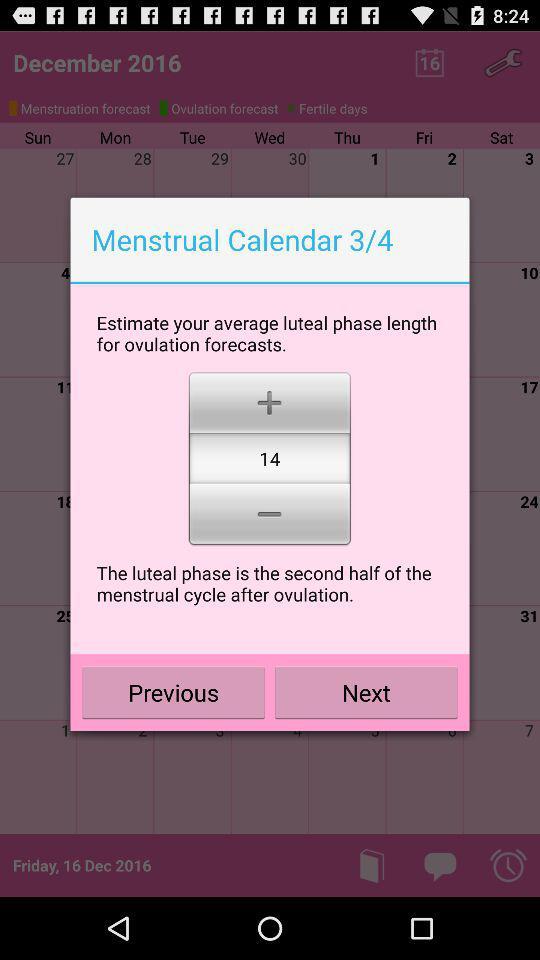 This screenshot has height=960, width=540. Describe the element at coordinates (269, 400) in the screenshot. I see `add option` at that location.